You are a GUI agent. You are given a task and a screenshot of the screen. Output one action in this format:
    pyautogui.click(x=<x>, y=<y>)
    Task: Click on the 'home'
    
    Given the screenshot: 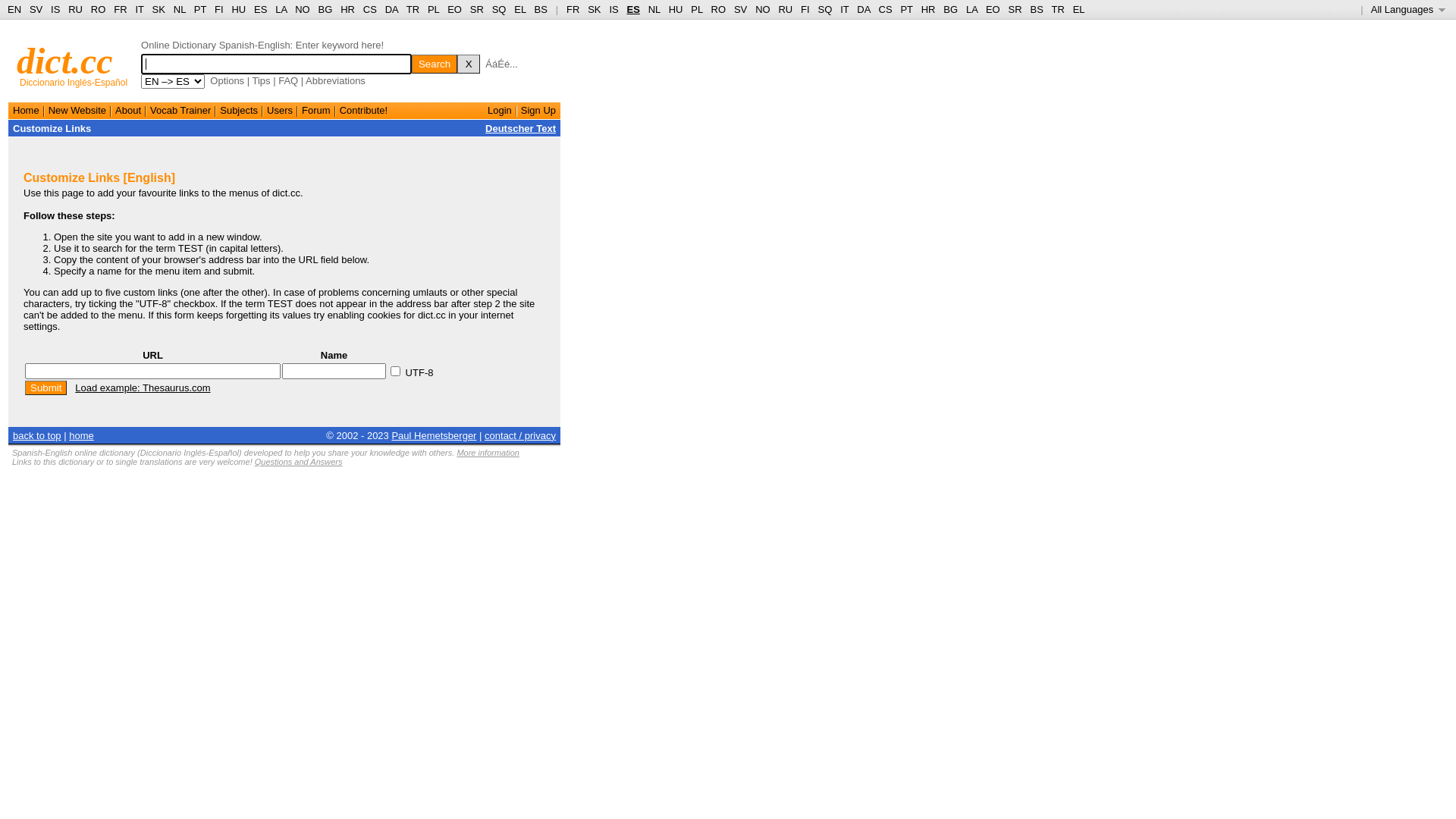 What is the action you would take?
    pyautogui.click(x=80, y=435)
    